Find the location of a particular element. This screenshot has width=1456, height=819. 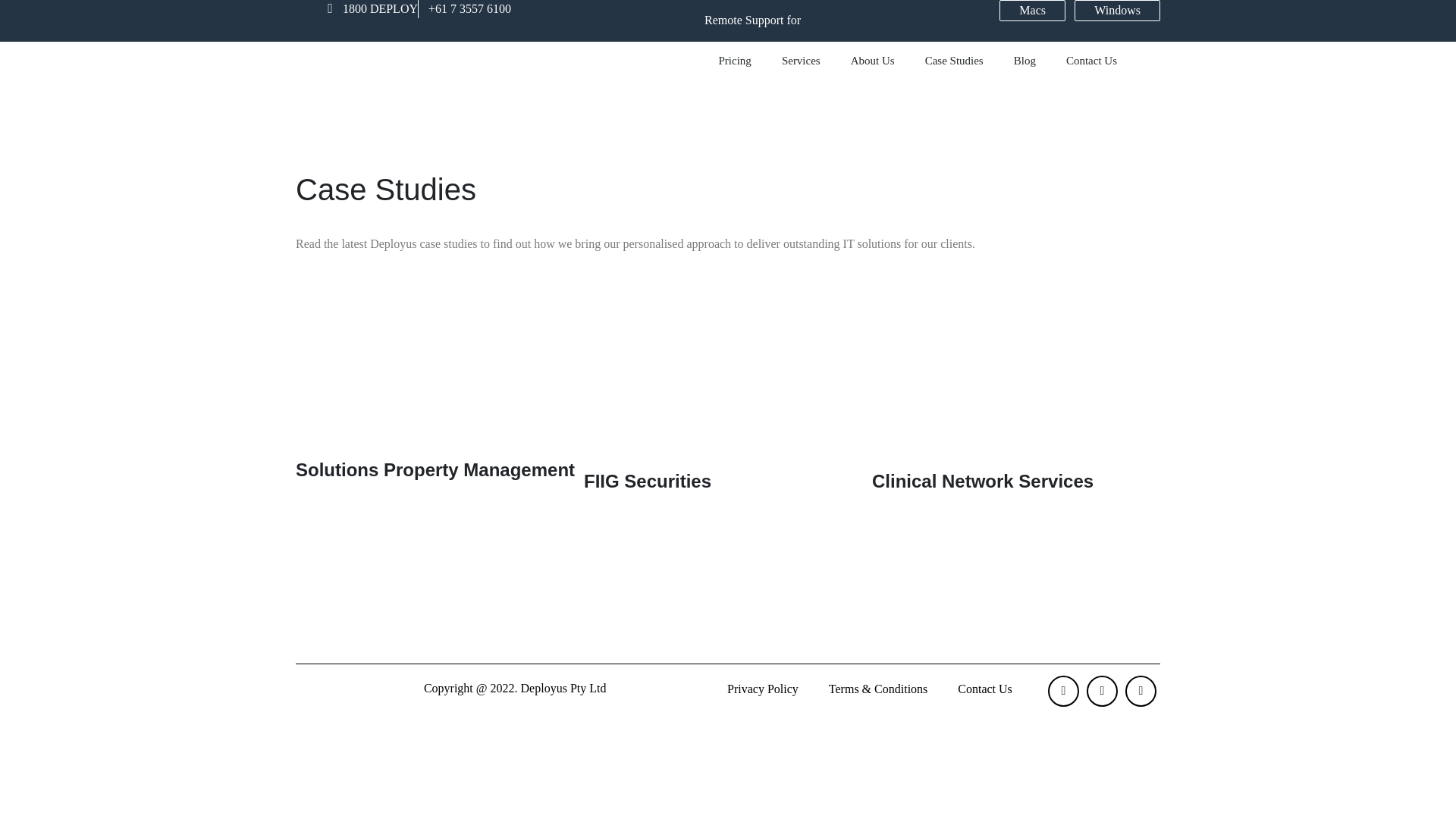

'Pricing' is located at coordinates (735, 60).